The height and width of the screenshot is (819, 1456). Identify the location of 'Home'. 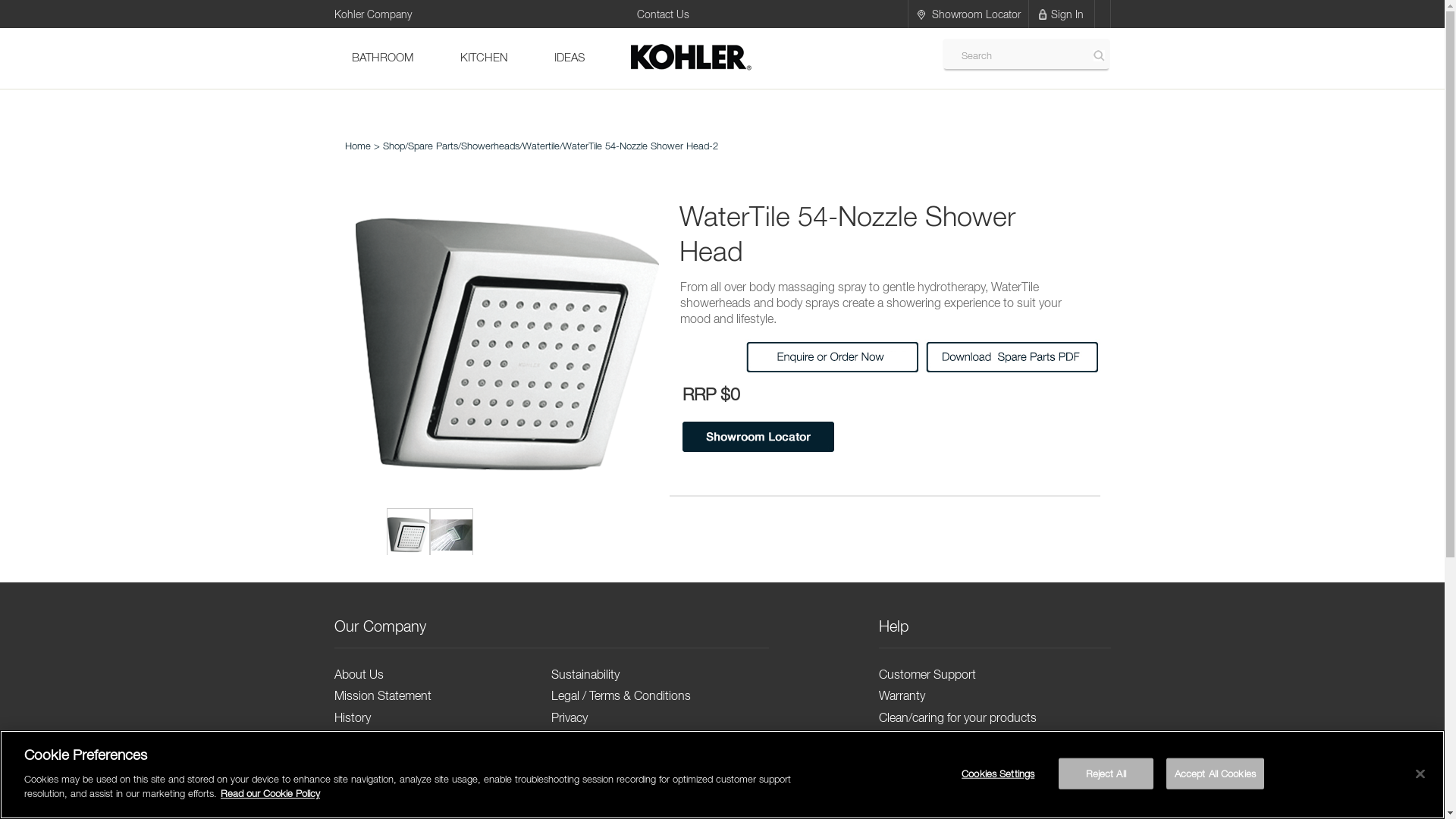
(356, 146).